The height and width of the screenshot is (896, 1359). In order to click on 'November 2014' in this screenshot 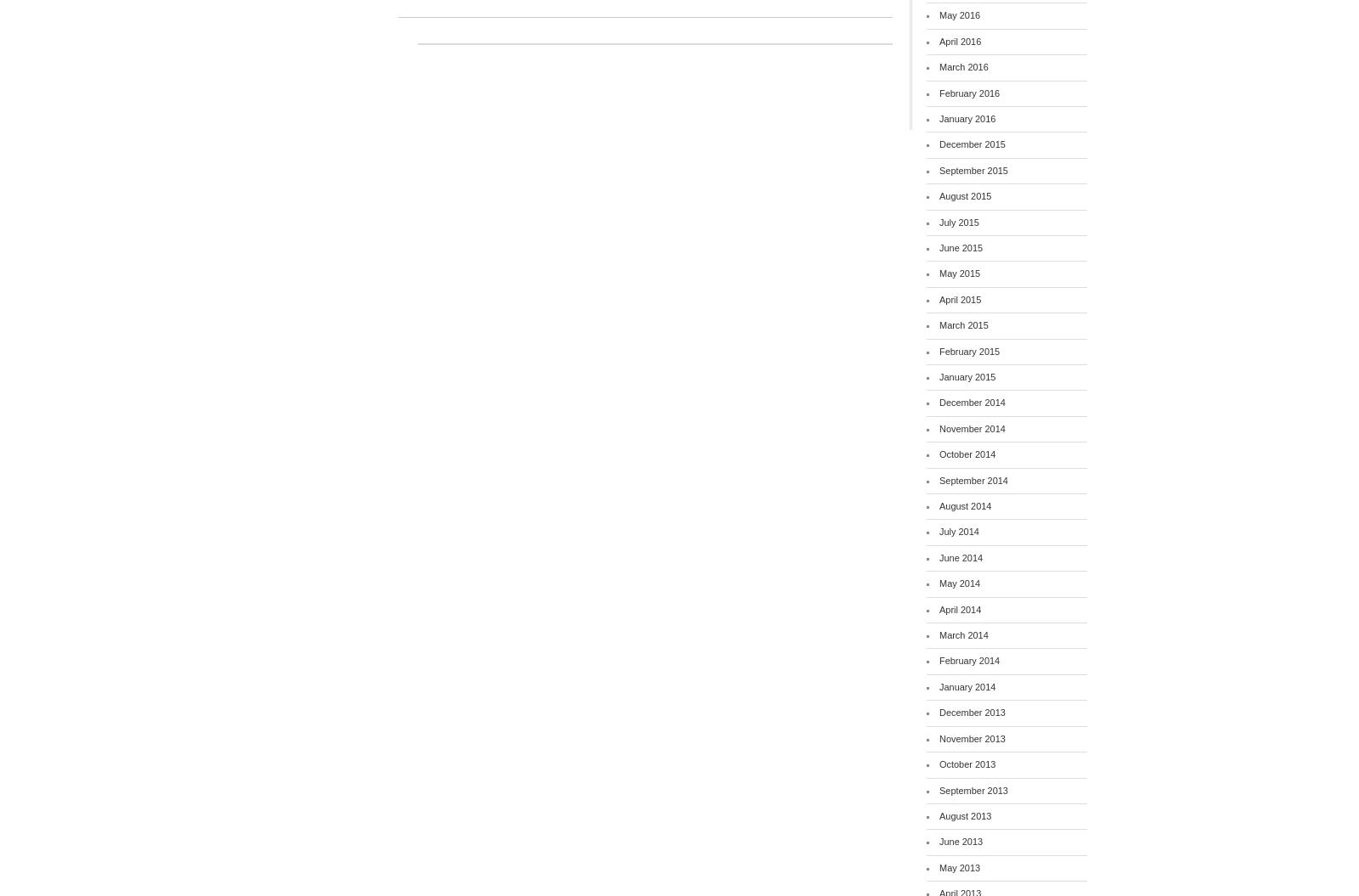, I will do `click(972, 427)`.